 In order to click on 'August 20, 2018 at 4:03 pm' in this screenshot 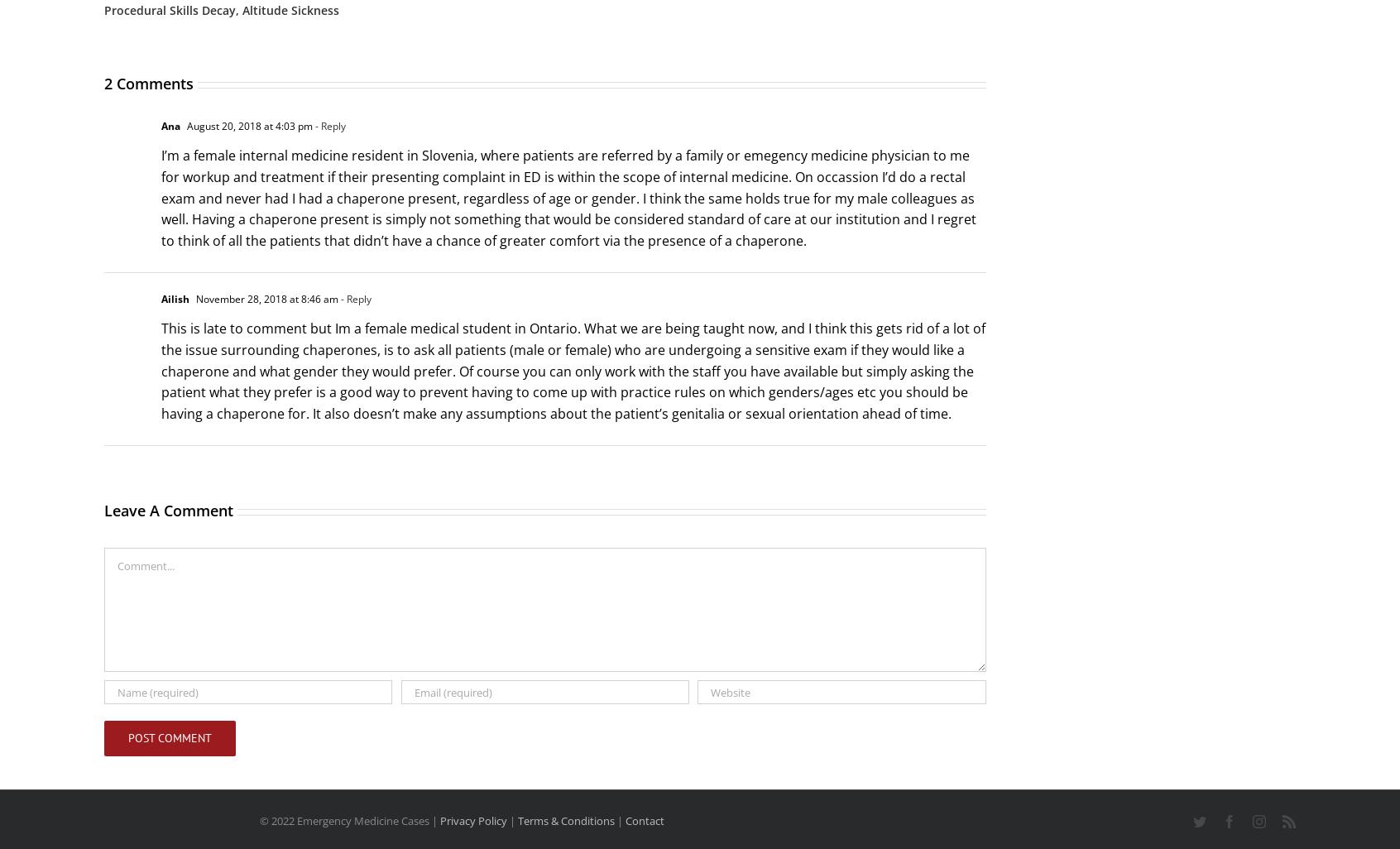, I will do `click(247, 127)`.